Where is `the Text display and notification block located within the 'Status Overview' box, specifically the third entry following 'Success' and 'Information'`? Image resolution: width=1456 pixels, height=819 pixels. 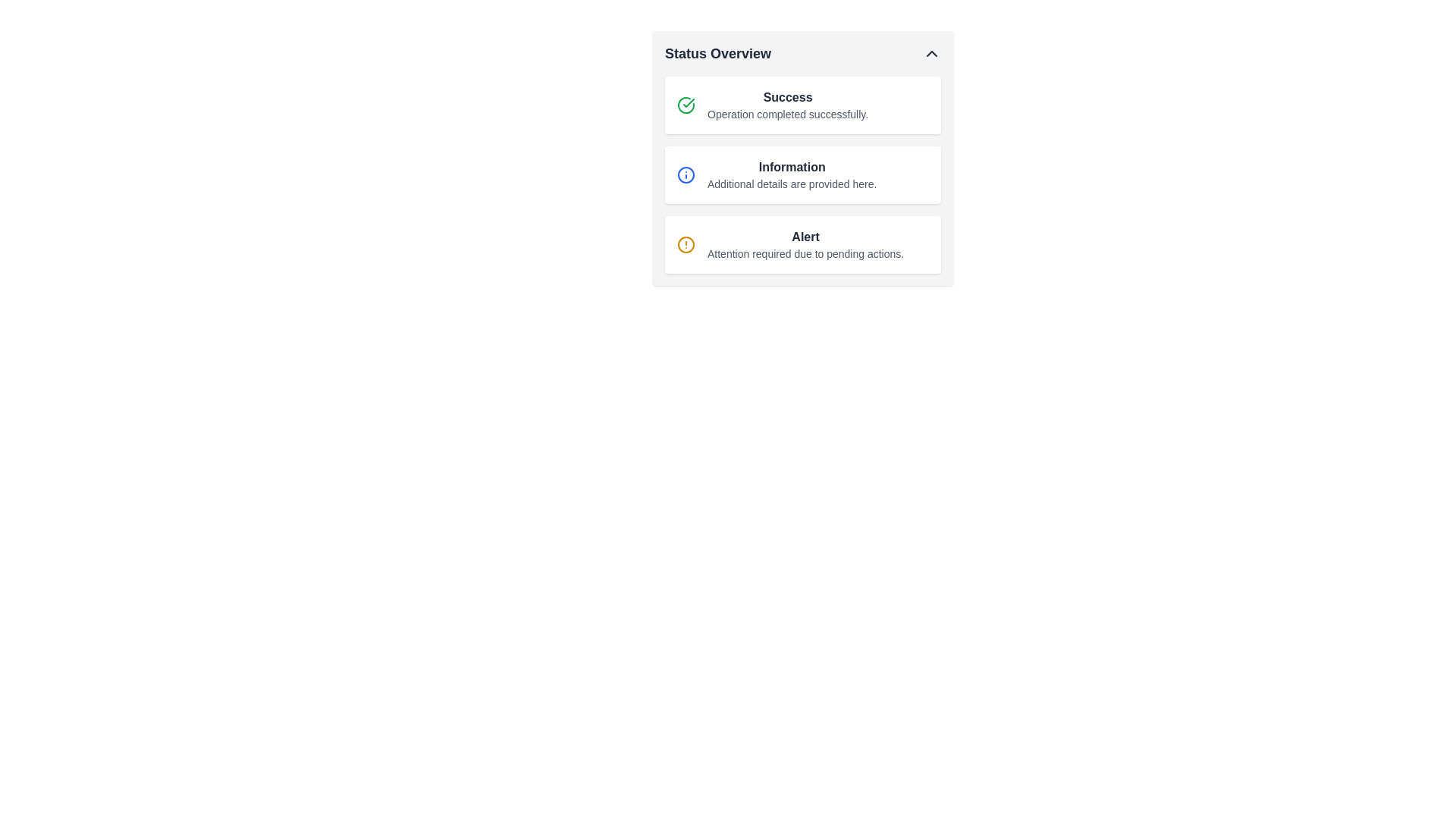
the Text display and notification block located within the 'Status Overview' box, specifically the third entry following 'Success' and 'Information' is located at coordinates (805, 244).